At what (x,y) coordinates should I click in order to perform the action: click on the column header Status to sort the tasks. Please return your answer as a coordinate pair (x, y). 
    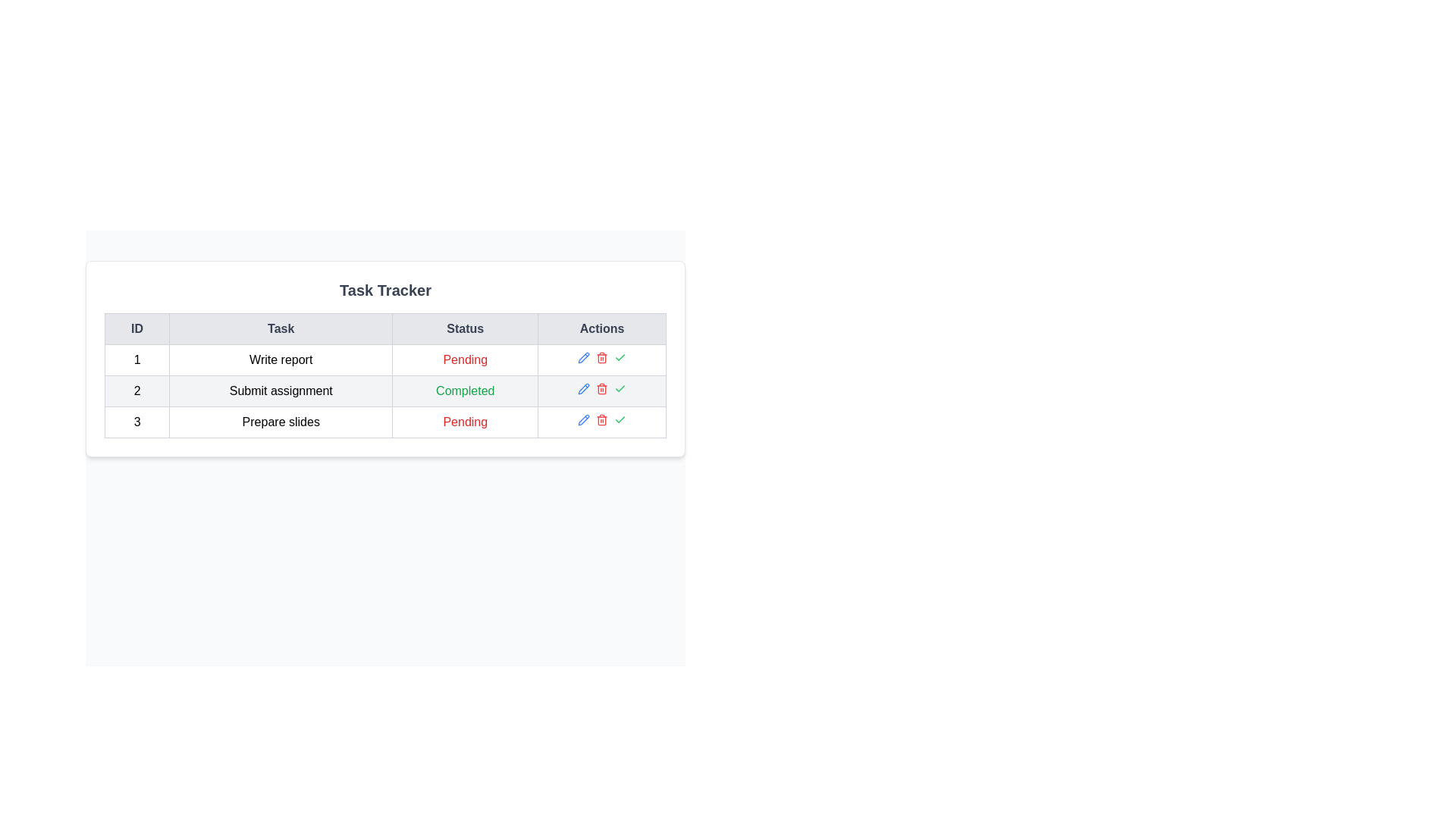
    Looking at the image, I should click on (464, 328).